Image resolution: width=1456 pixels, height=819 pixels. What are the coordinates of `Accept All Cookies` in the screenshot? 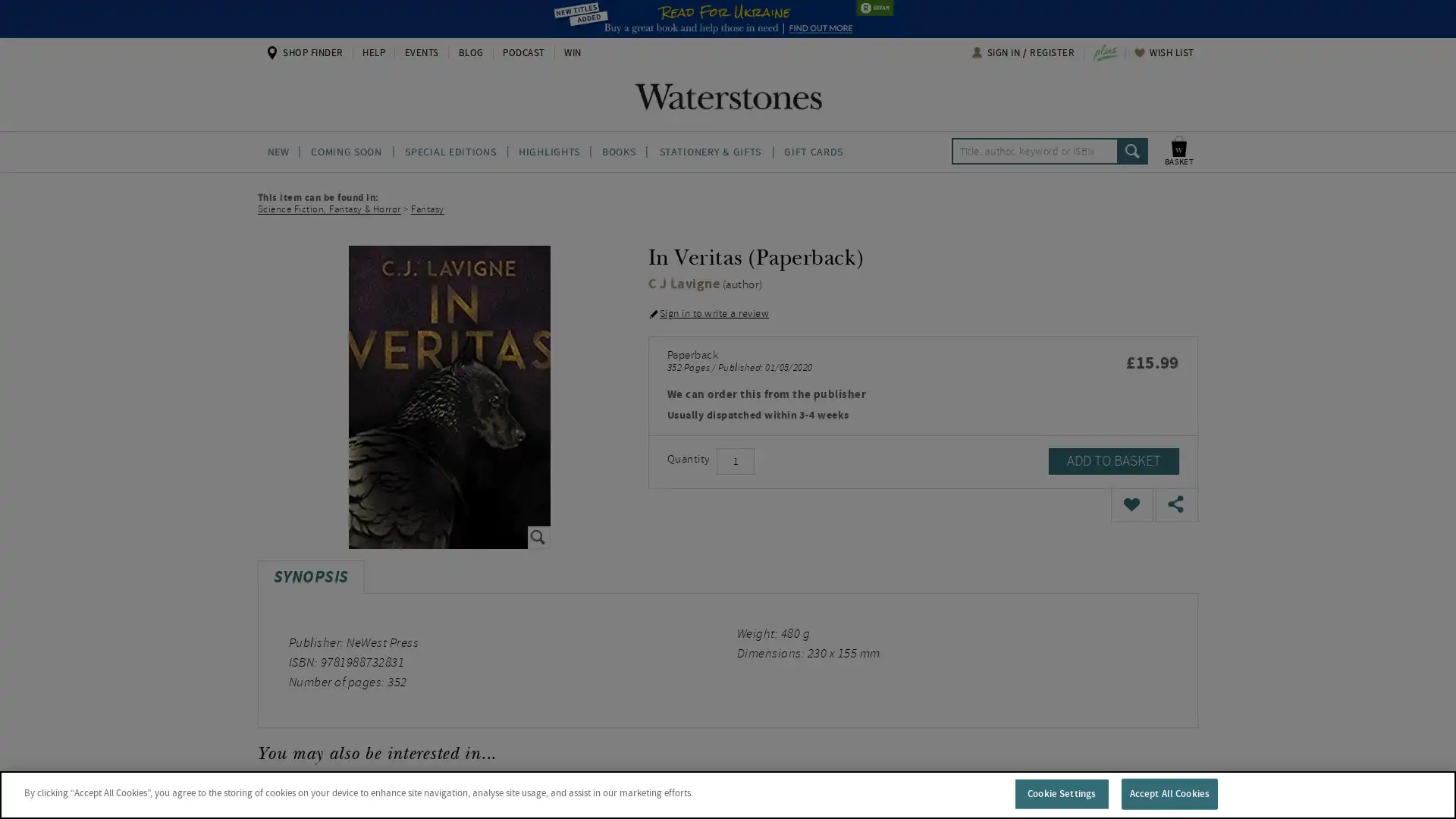 It's located at (1168, 792).